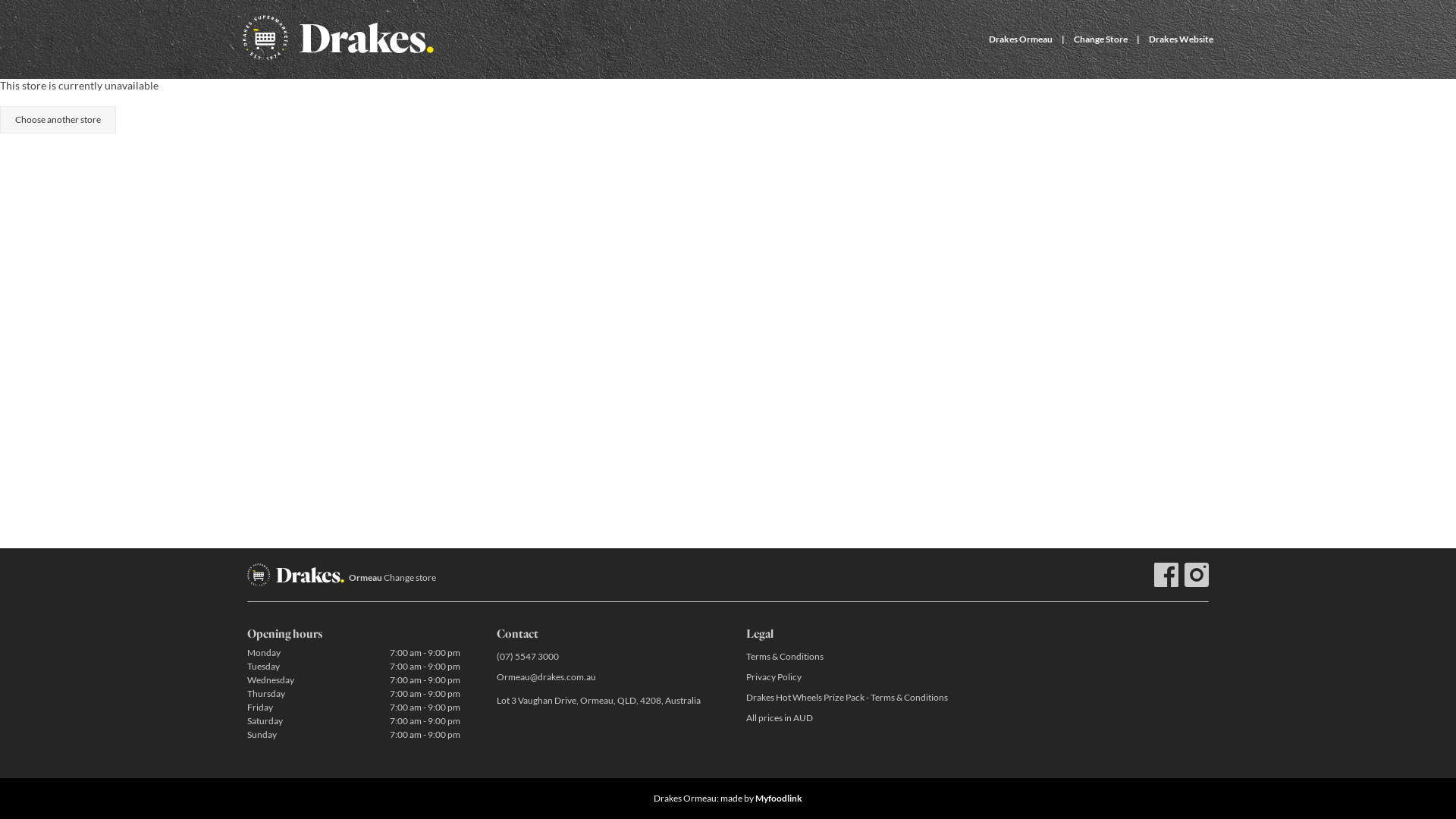 The height and width of the screenshot is (819, 1456). I want to click on 'Choose another store', so click(58, 119).